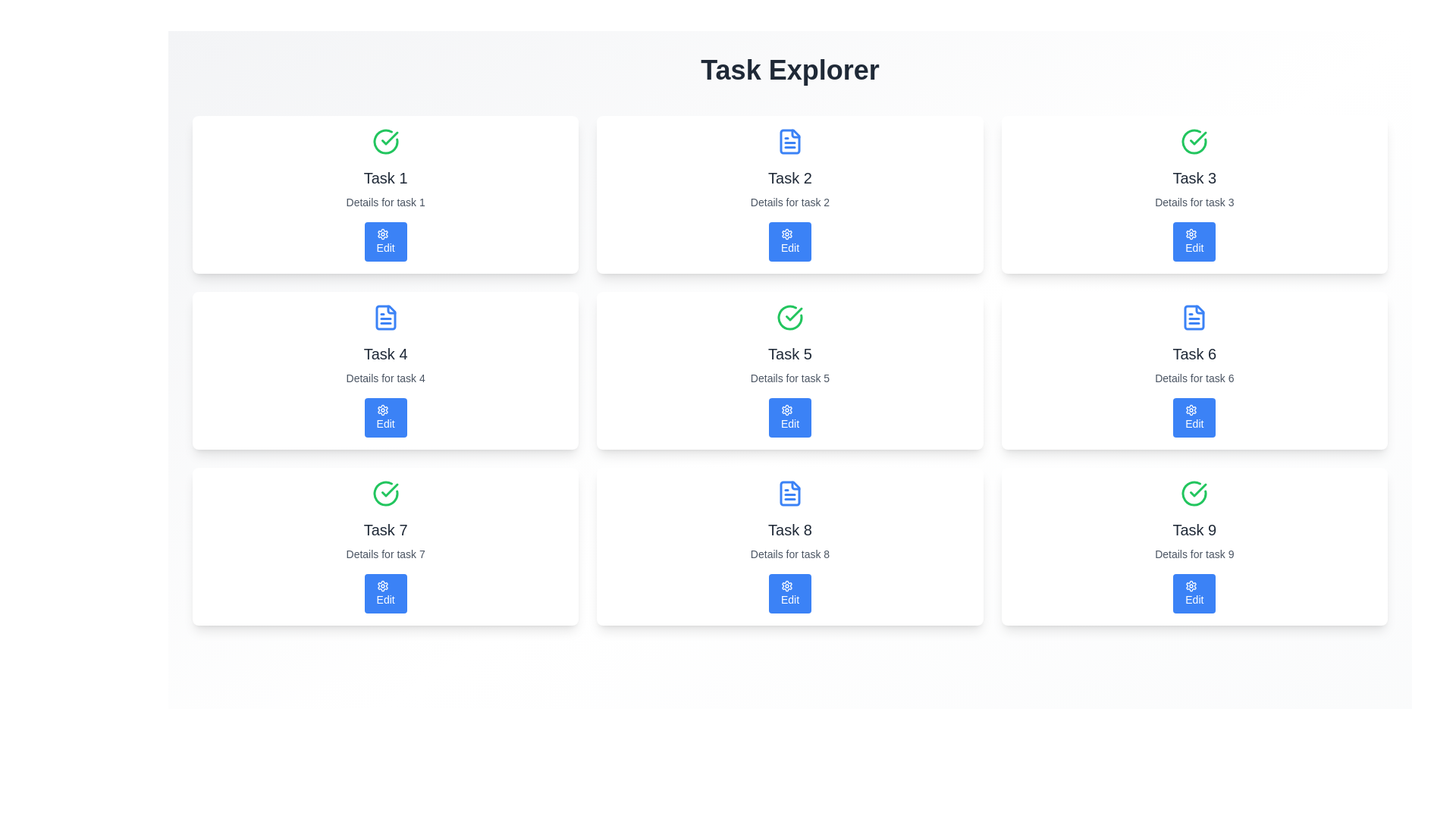  I want to click on the title text element that provides an overview of the task, located in the middle column of the second row, positioned above 'Details for task 4' and below a file icon, so click(385, 353).